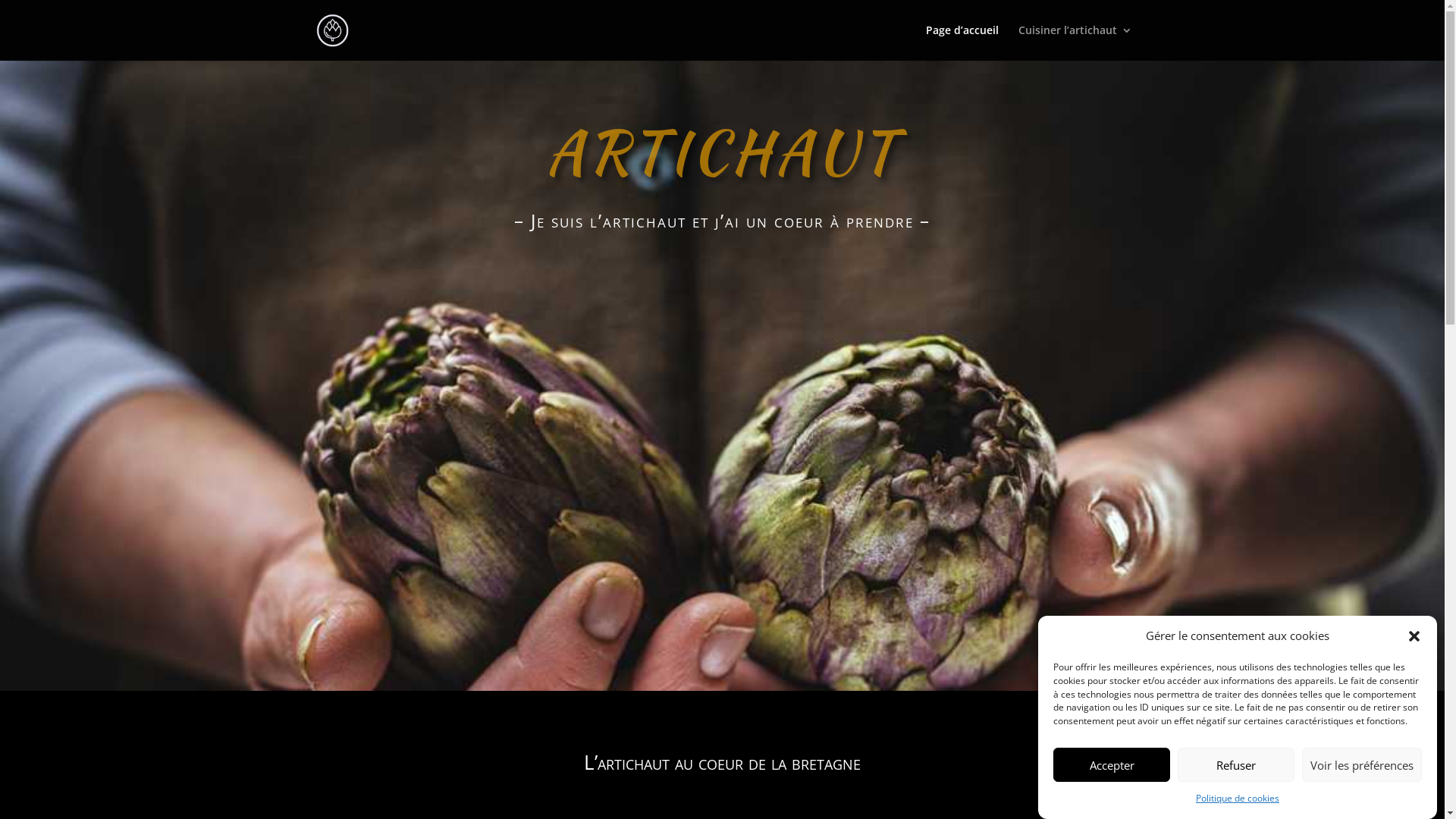 This screenshot has width=1456, height=819. Describe the element at coordinates (1236, 764) in the screenshot. I see `'Refuser'` at that location.